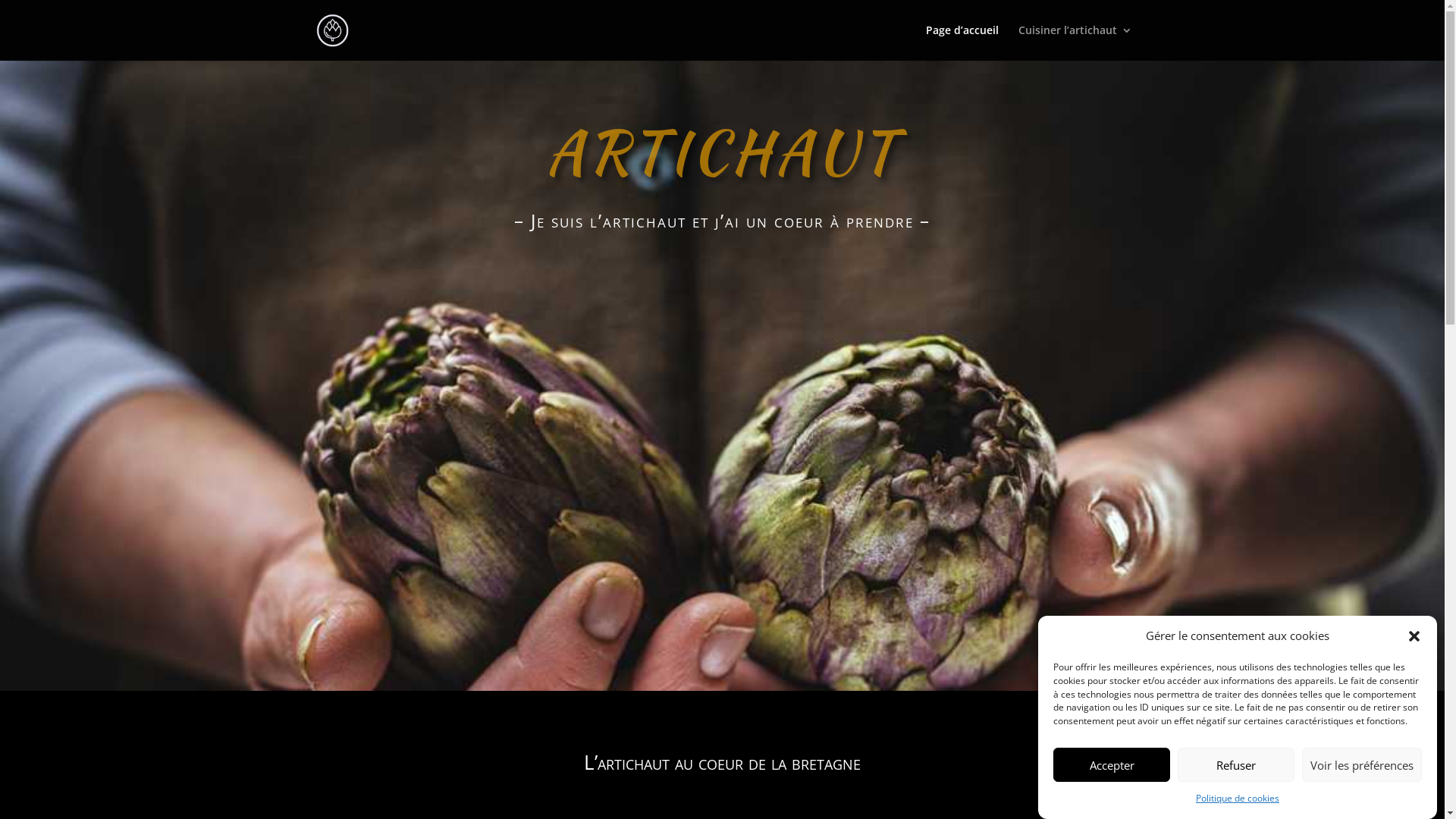 This screenshot has width=1456, height=819. Describe the element at coordinates (1236, 764) in the screenshot. I see `'Refuser'` at that location.